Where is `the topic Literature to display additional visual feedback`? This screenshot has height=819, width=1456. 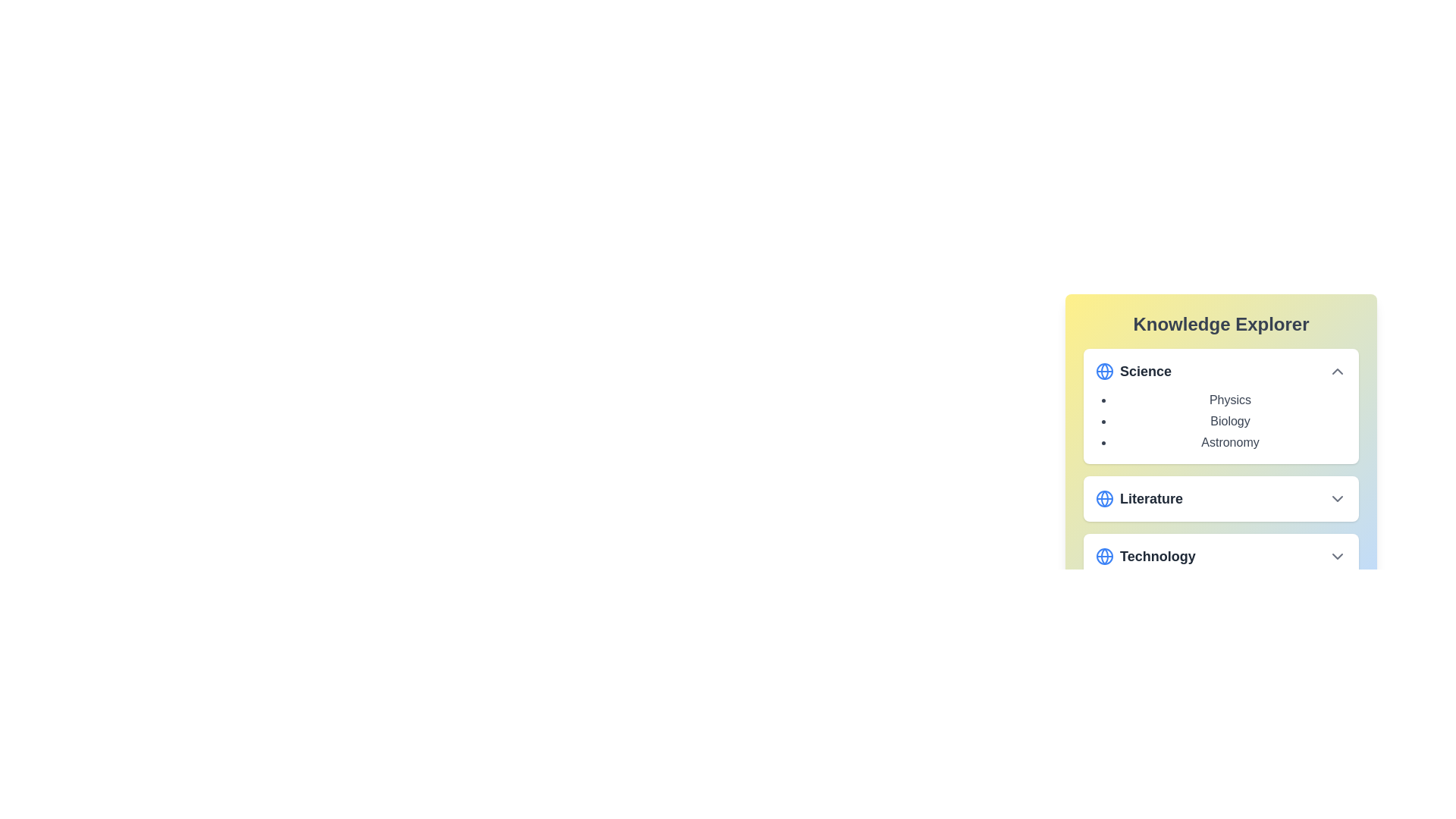 the topic Literature to display additional visual feedback is located at coordinates (1221, 499).